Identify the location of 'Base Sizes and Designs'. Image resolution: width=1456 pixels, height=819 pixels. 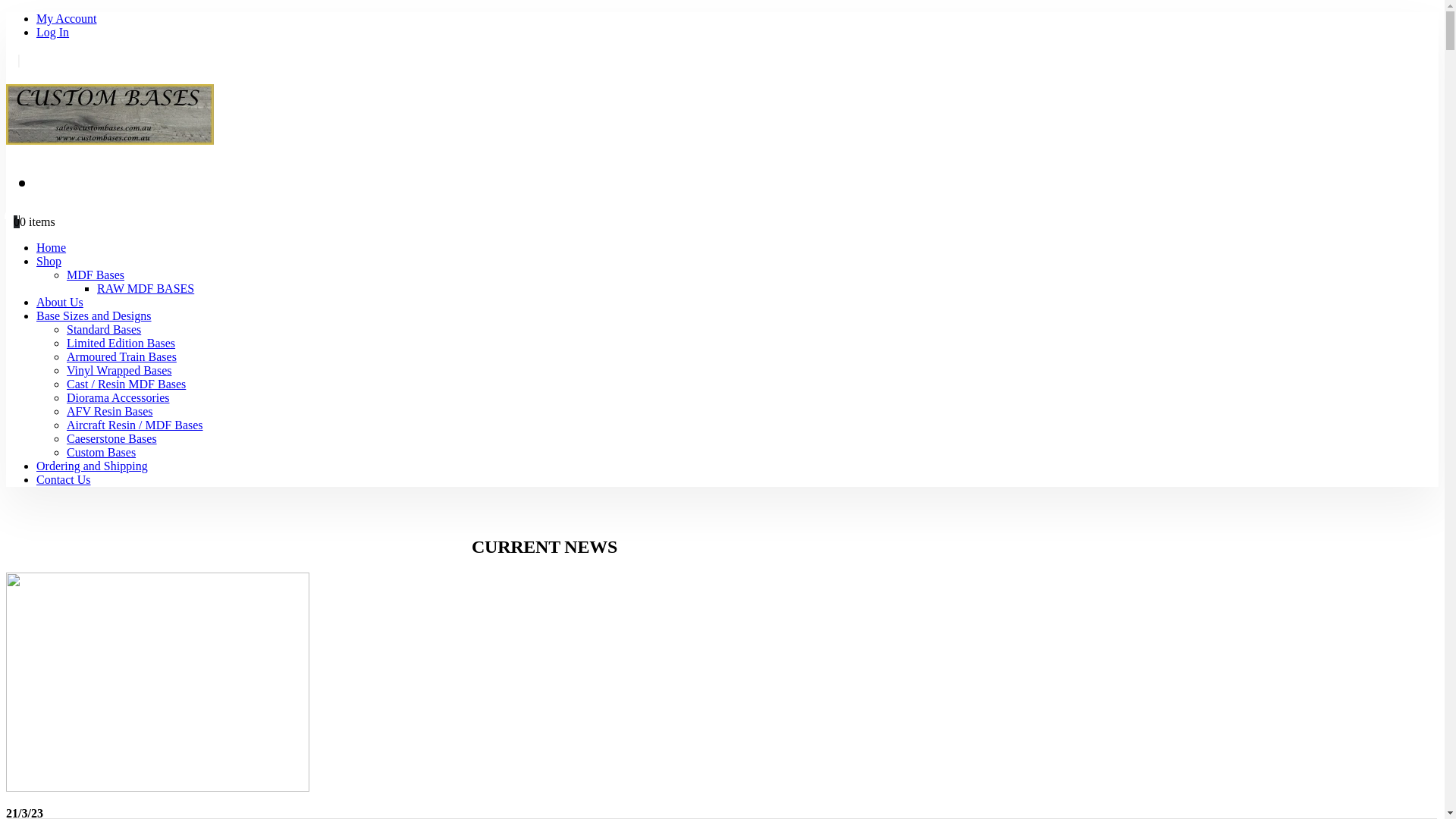
(93, 315).